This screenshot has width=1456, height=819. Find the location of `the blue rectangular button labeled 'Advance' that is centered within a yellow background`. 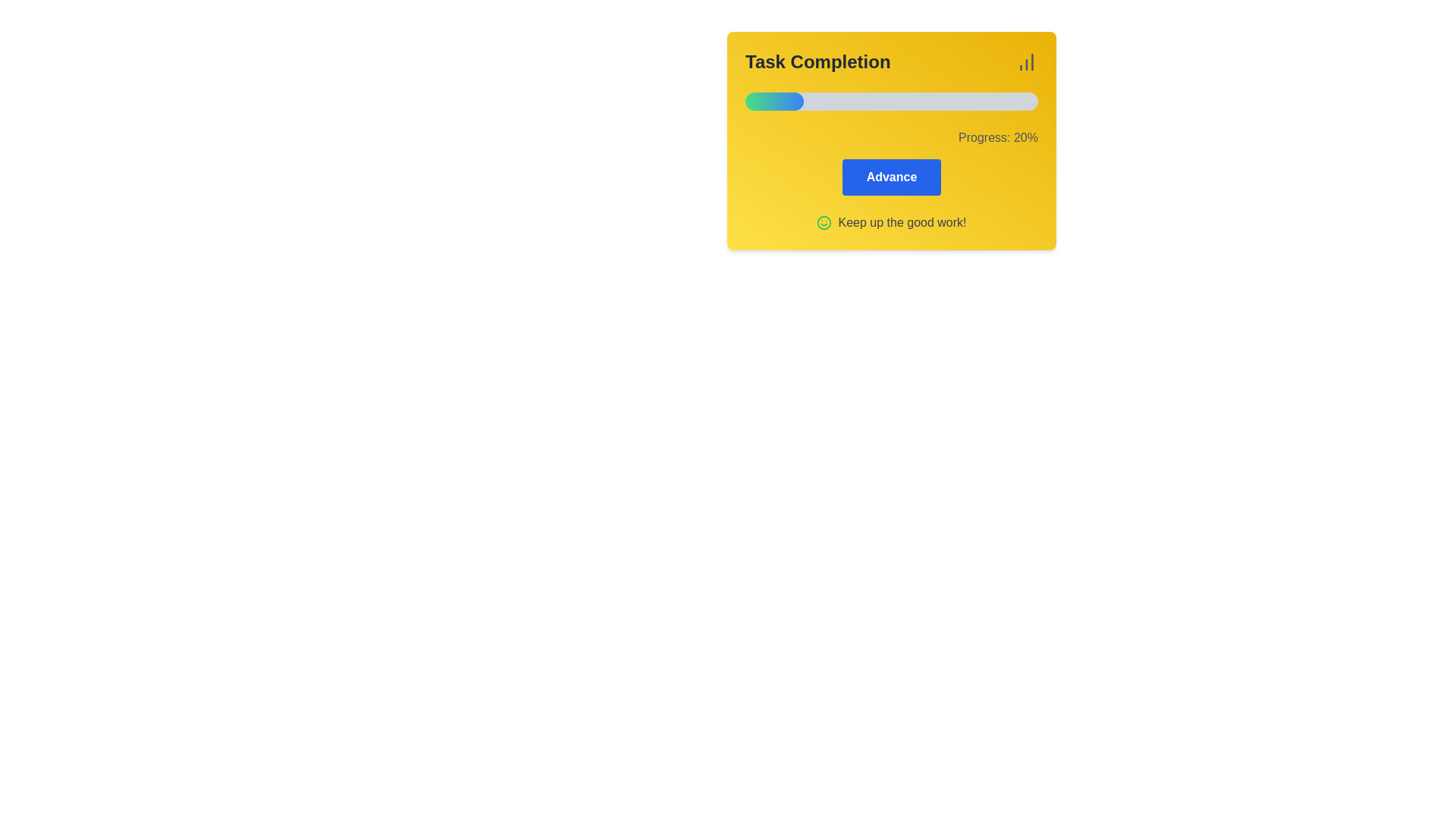

the blue rectangular button labeled 'Advance' that is centered within a yellow background is located at coordinates (892, 177).